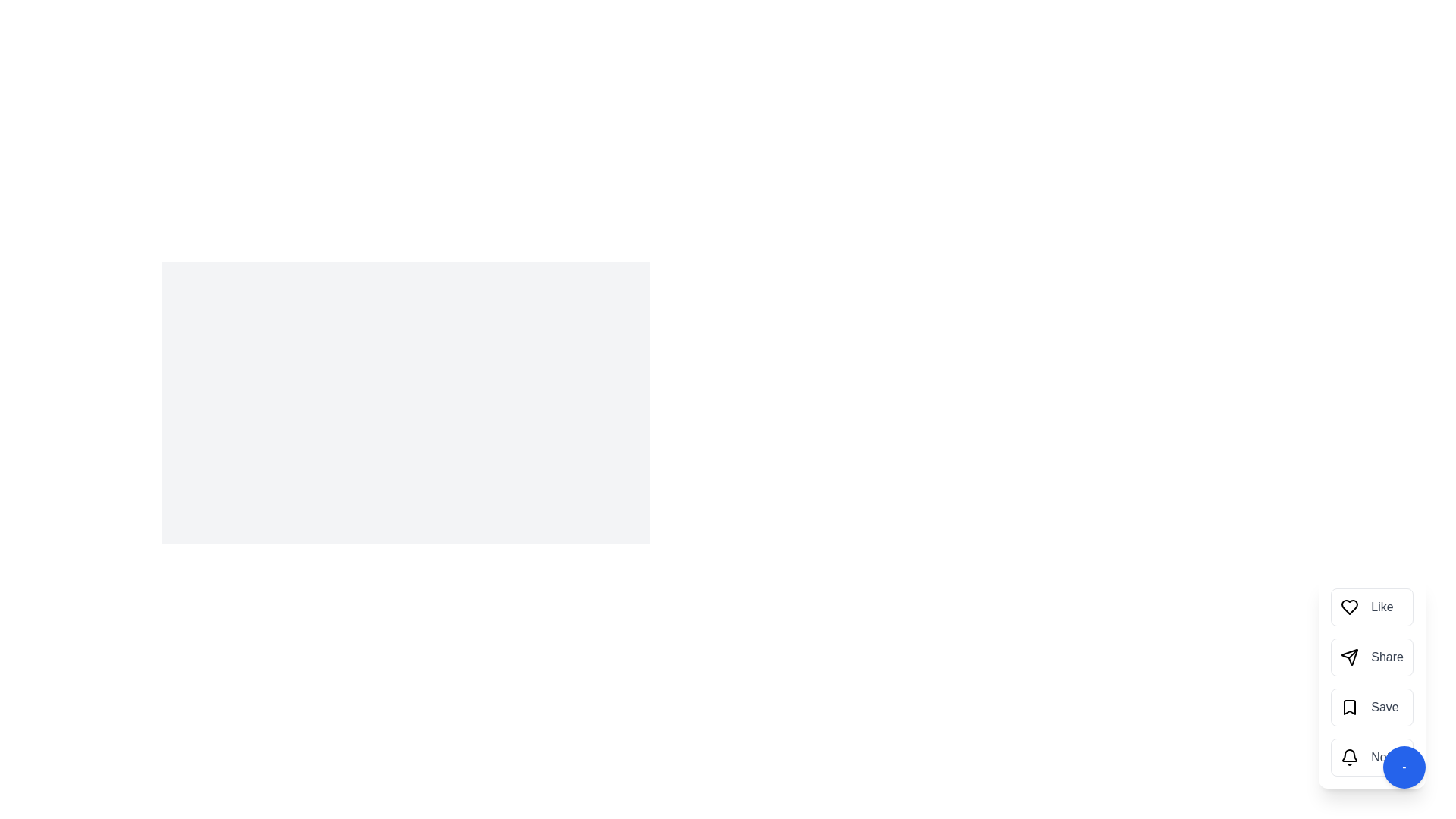 This screenshot has width=1456, height=819. Describe the element at coordinates (1372, 758) in the screenshot. I see `the bottom-most button in the vertical stack of buttons` at that location.